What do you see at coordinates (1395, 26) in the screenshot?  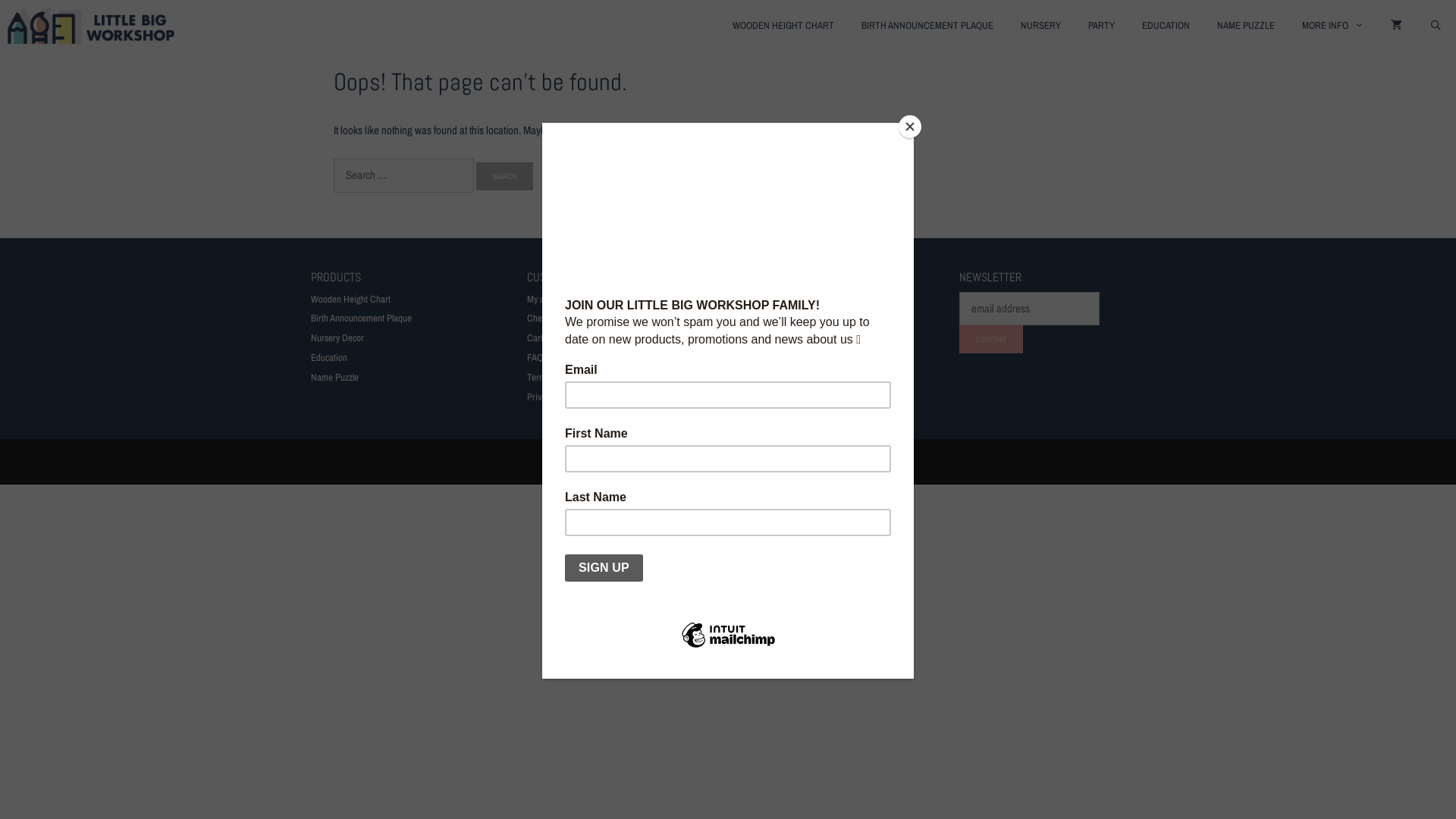 I see `'View your shopping cart'` at bounding box center [1395, 26].